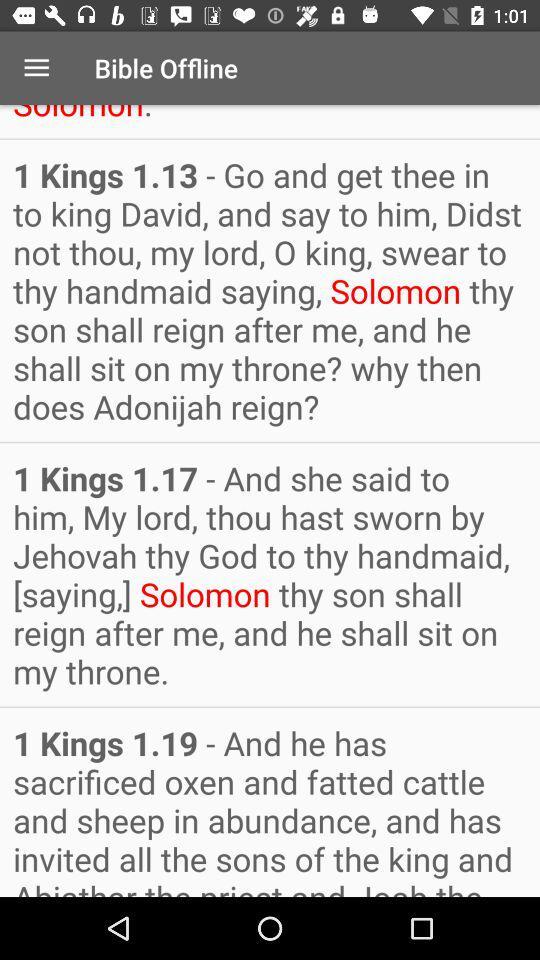 Image resolution: width=540 pixels, height=960 pixels. I want to click on the item to the left of the bible offline item, so click(36, 68).